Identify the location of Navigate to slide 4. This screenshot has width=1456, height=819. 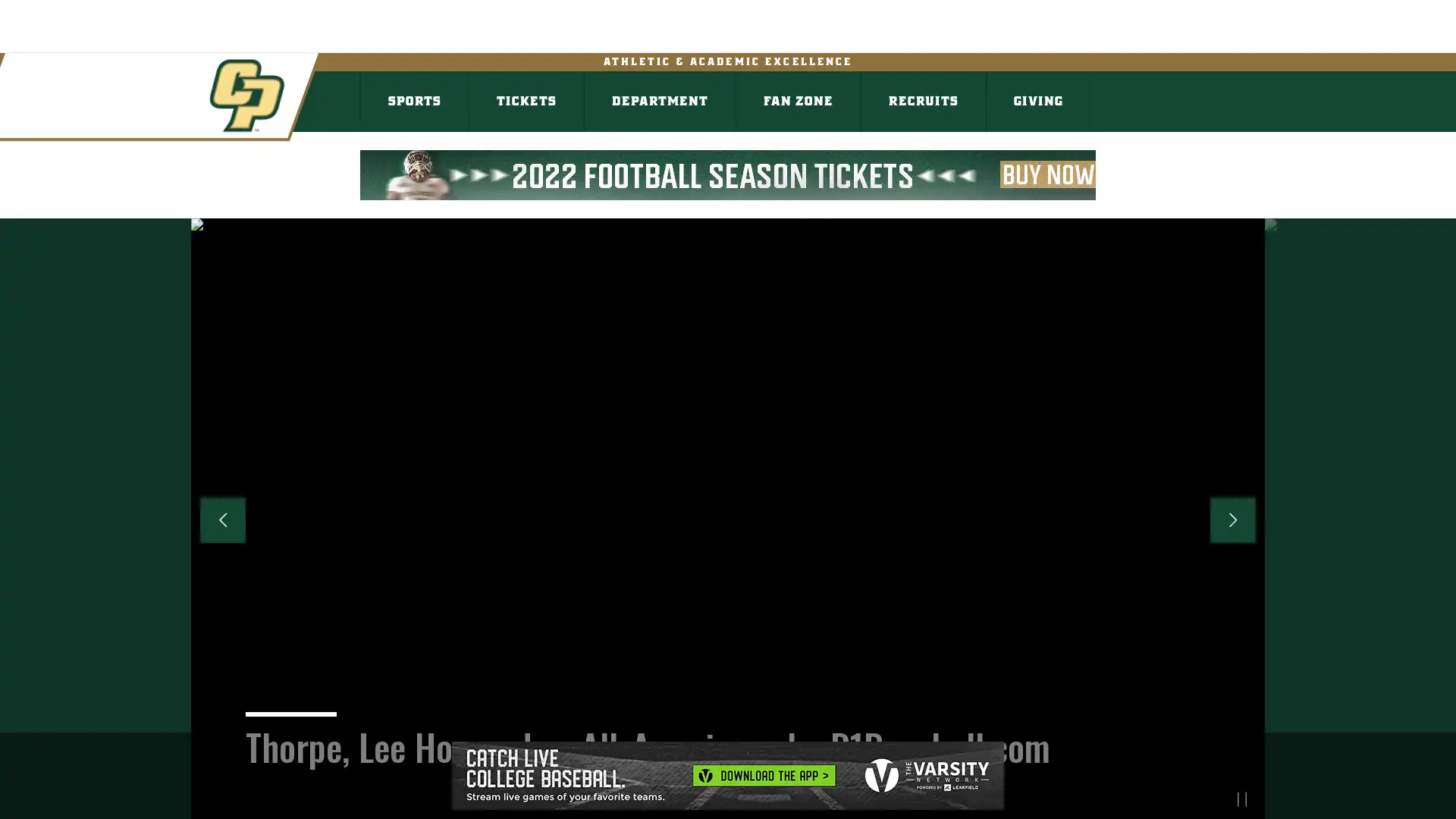
(741, 798).